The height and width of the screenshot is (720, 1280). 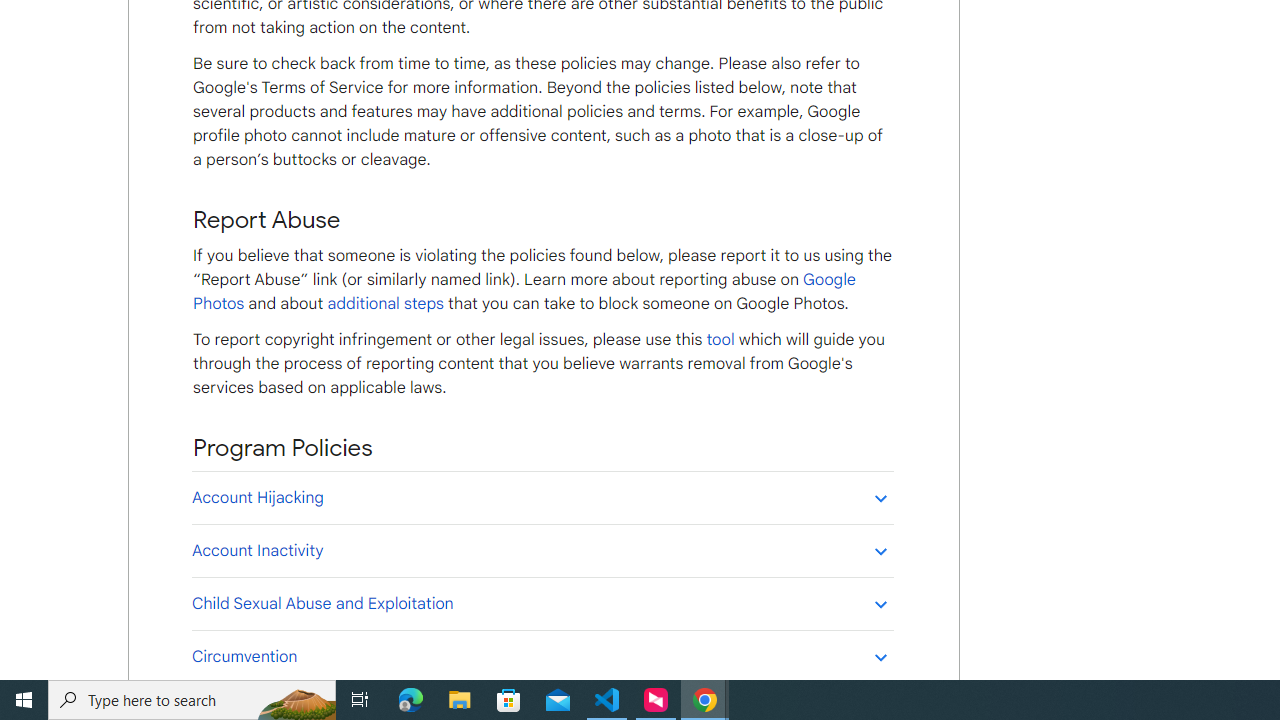 What do you see at coordinates (542, 602) in the screenshot?
I see `'Child Sexual Abuse and Exploitation'` at bounding box center [542, 602].